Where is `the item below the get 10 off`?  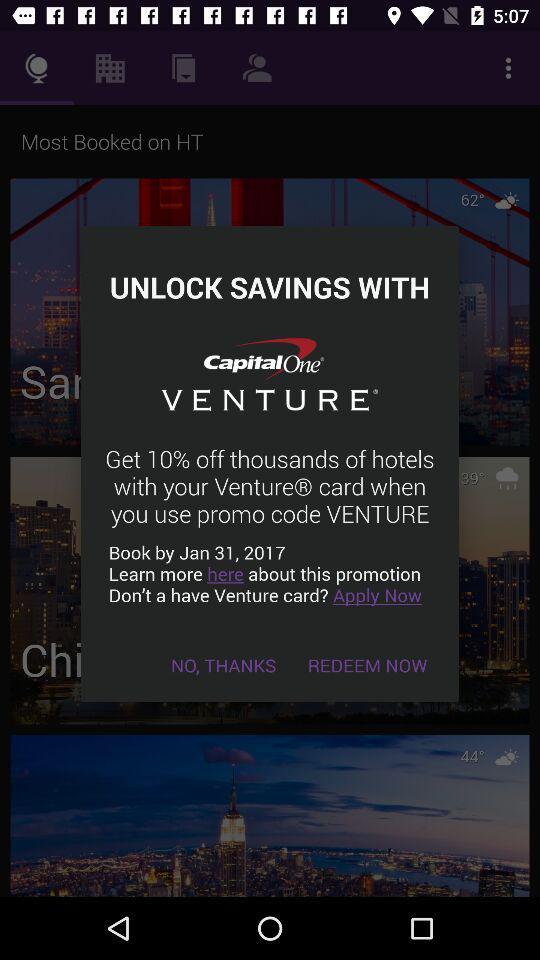 the item below the get 10 off is located at coordinates (270, 573).